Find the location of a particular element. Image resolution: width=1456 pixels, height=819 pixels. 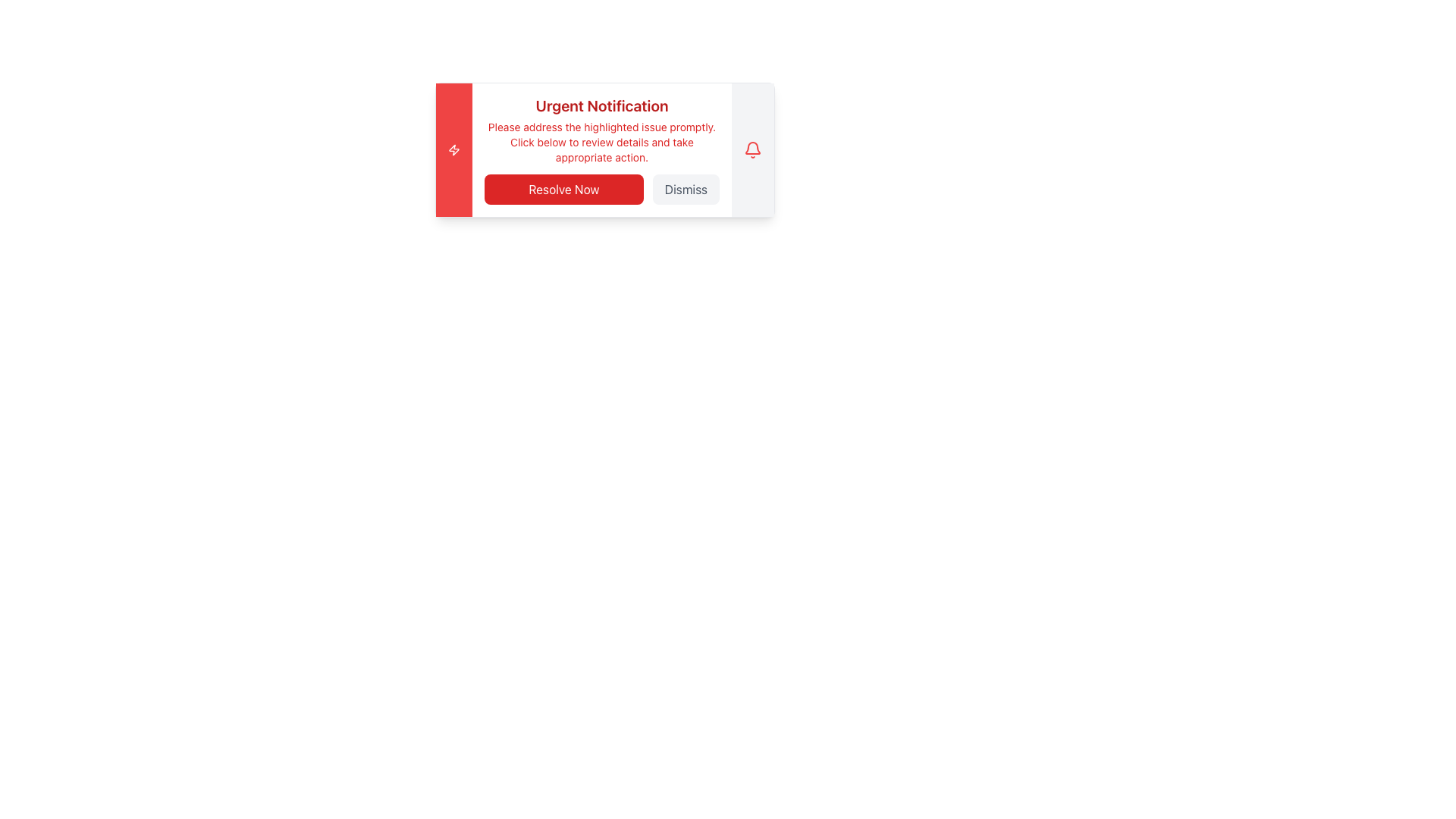

the 'Resolve Now' button, which is prominently displayed in white text on a red background is located at coordinates (601, 189).